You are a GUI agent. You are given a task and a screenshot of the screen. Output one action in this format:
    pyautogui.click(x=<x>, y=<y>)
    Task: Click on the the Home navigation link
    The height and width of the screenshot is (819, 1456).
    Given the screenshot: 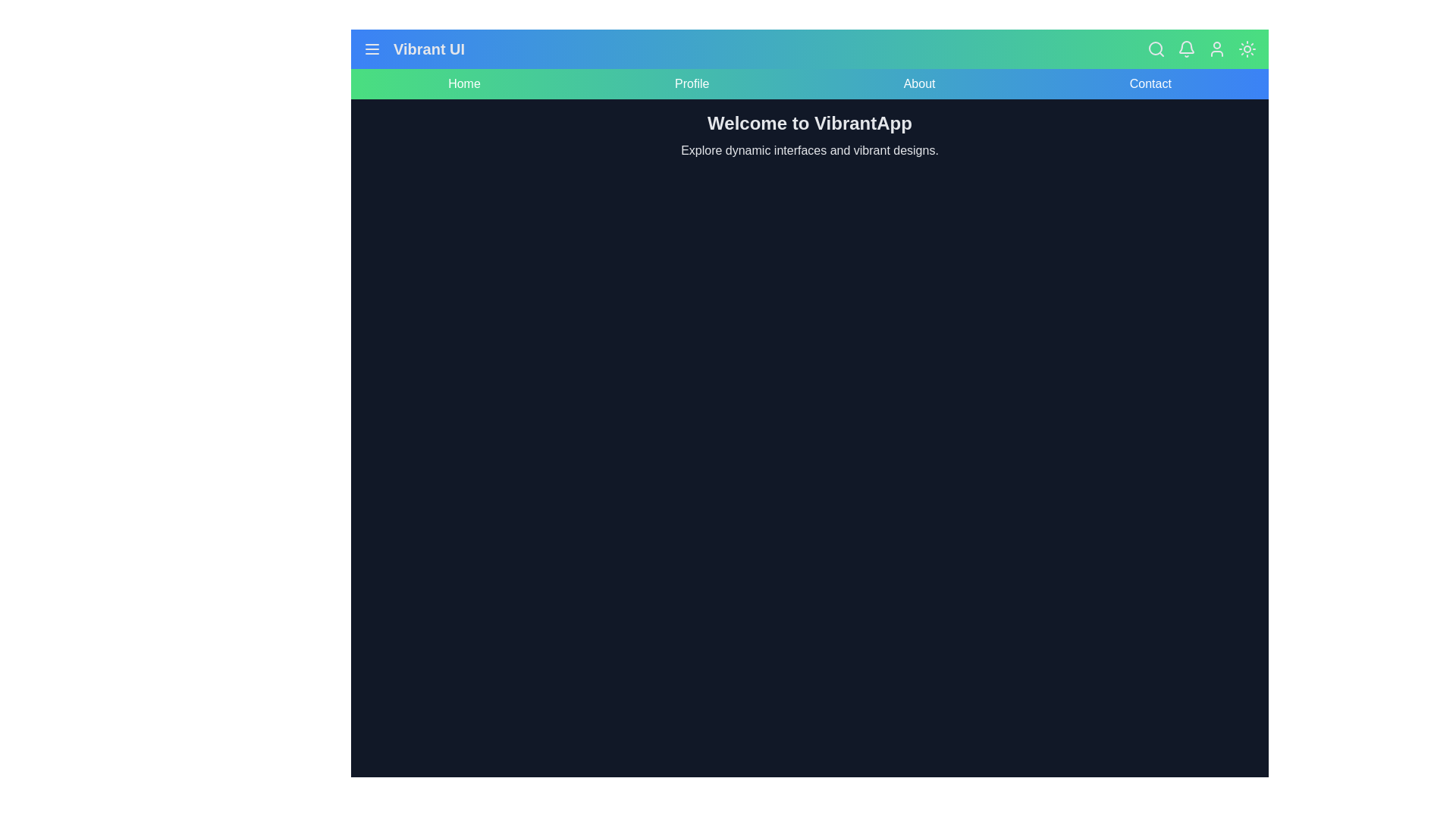 What is the action you would take?
    pyautogui.click(x=463, y=84)
    